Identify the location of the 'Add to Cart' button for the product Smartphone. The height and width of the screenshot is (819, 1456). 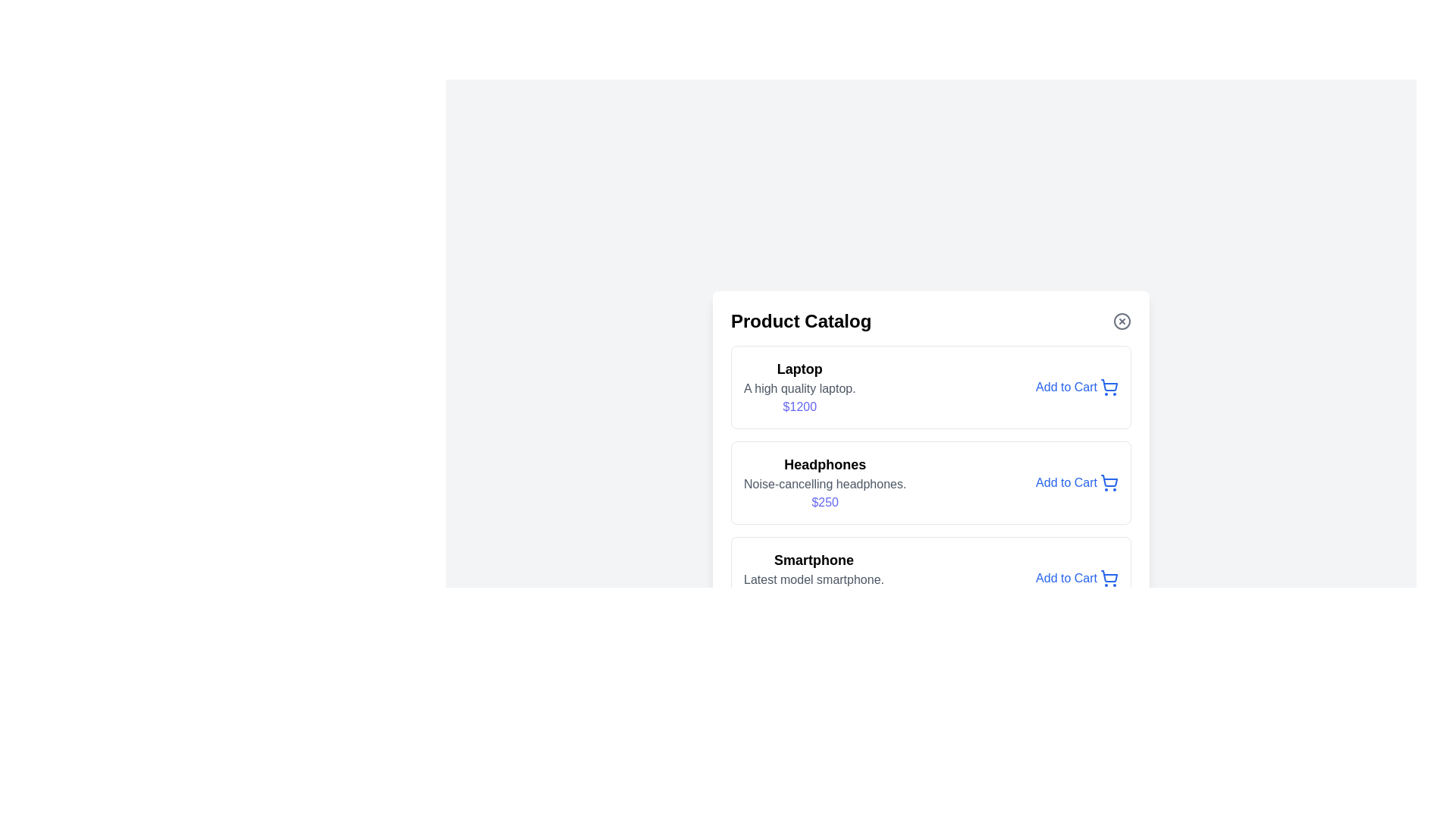
(1076, 579).